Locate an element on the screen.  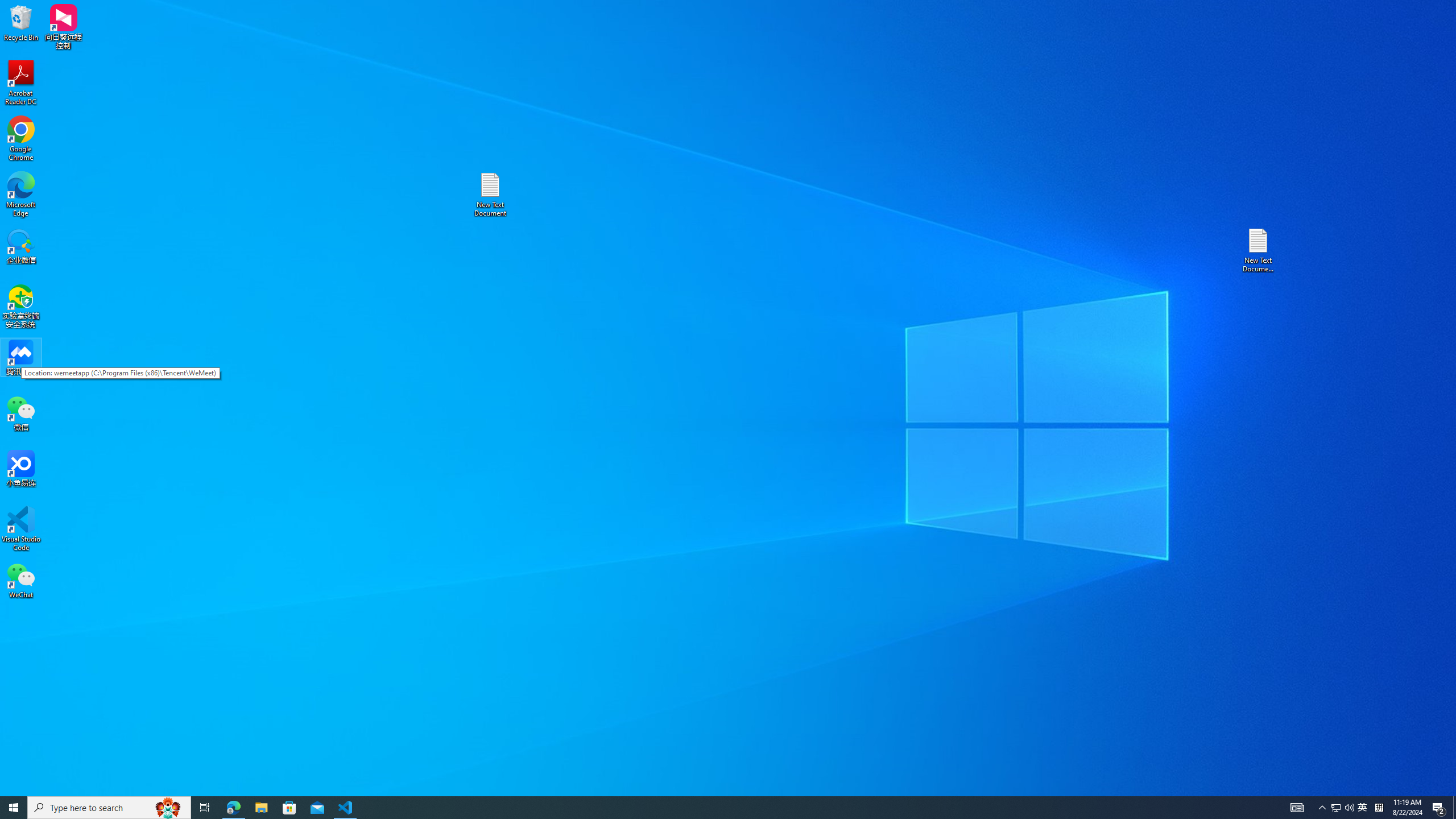
'Tray Input Indicator - Chinese (Simplified, China)' is located at coordinates (1379, 806).